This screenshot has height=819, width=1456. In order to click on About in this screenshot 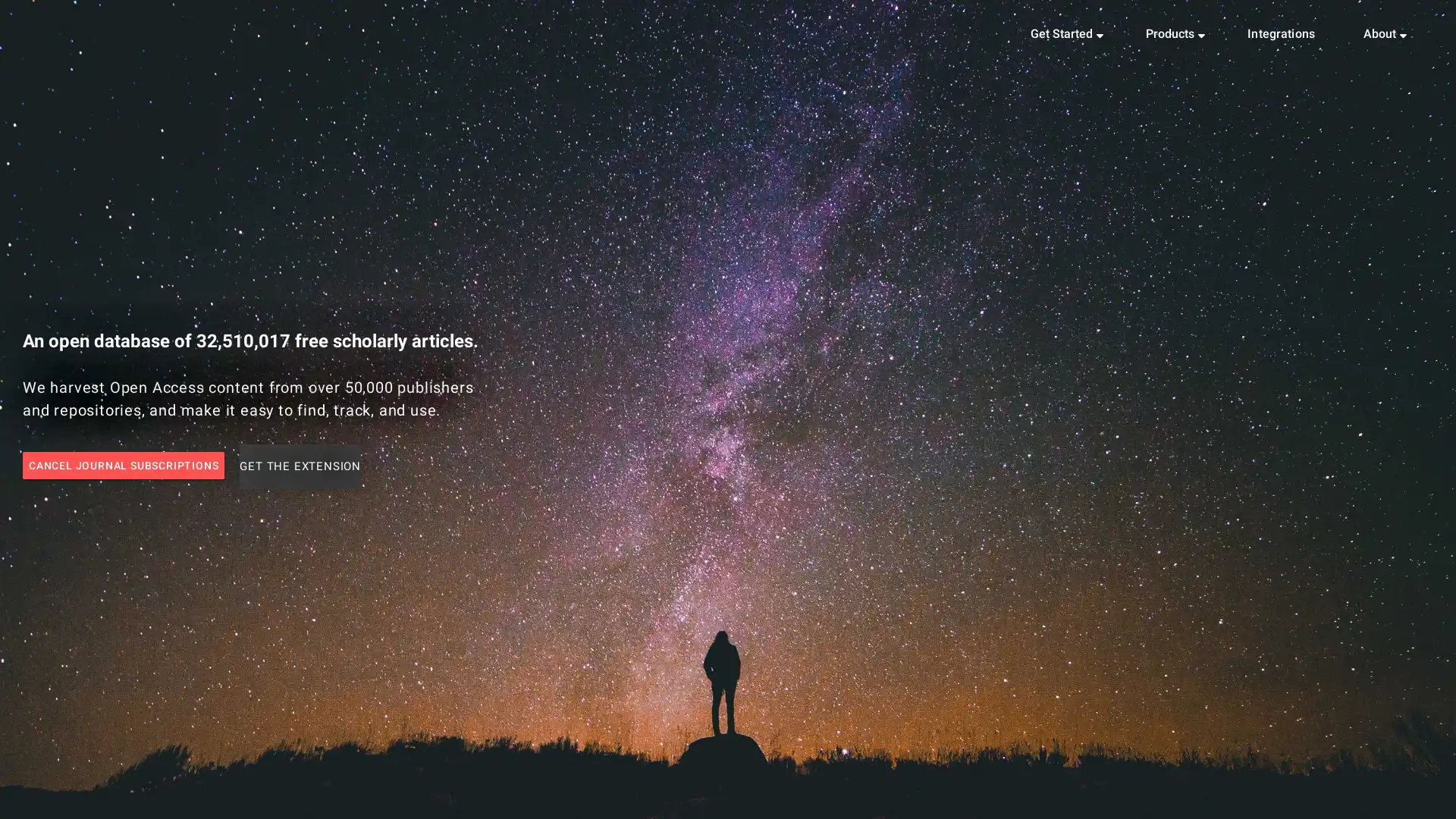, I will do `click(1384, 33)`.